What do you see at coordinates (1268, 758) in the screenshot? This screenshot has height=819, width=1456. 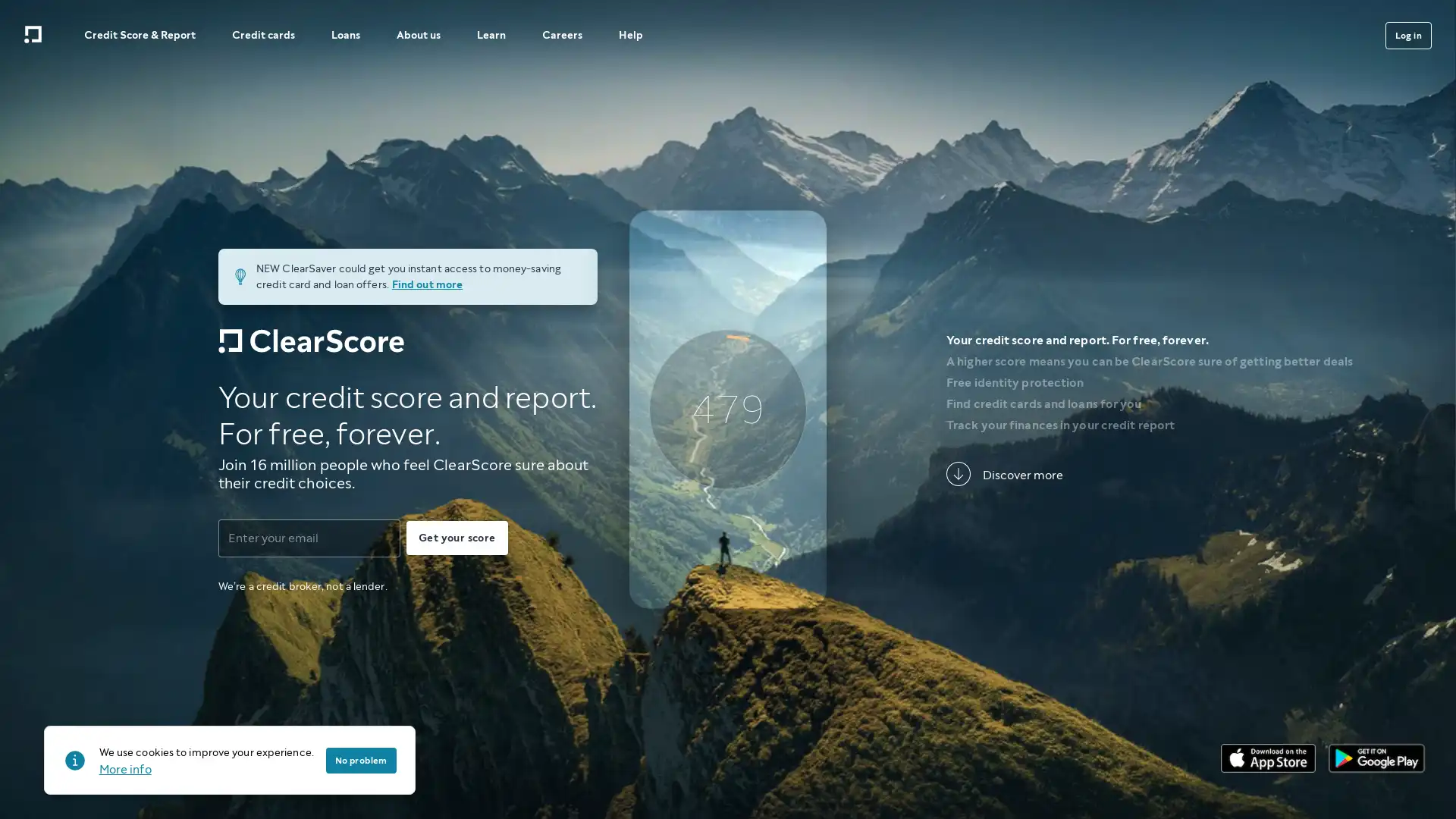 I see `Download on the App Store` at bounding box center [1268, 758].